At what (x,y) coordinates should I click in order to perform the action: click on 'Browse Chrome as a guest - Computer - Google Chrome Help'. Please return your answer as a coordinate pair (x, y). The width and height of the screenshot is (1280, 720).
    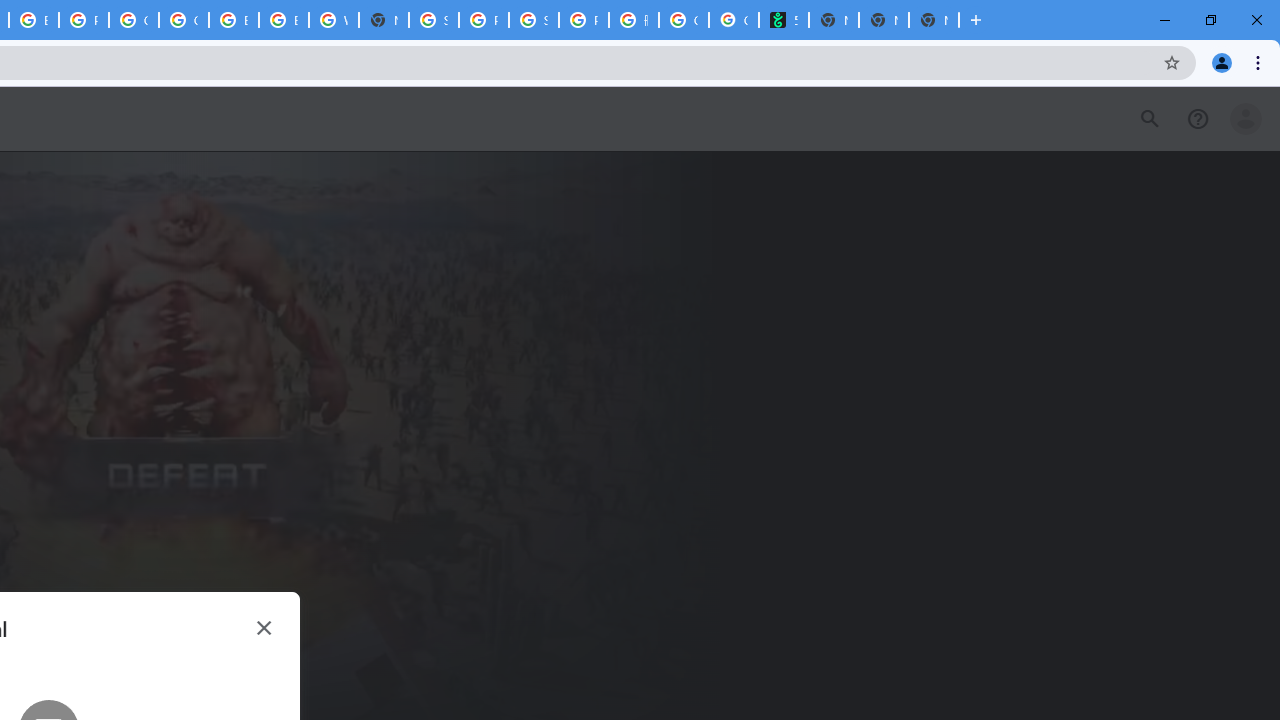
    Looking at the image, I should click on (233, 20).